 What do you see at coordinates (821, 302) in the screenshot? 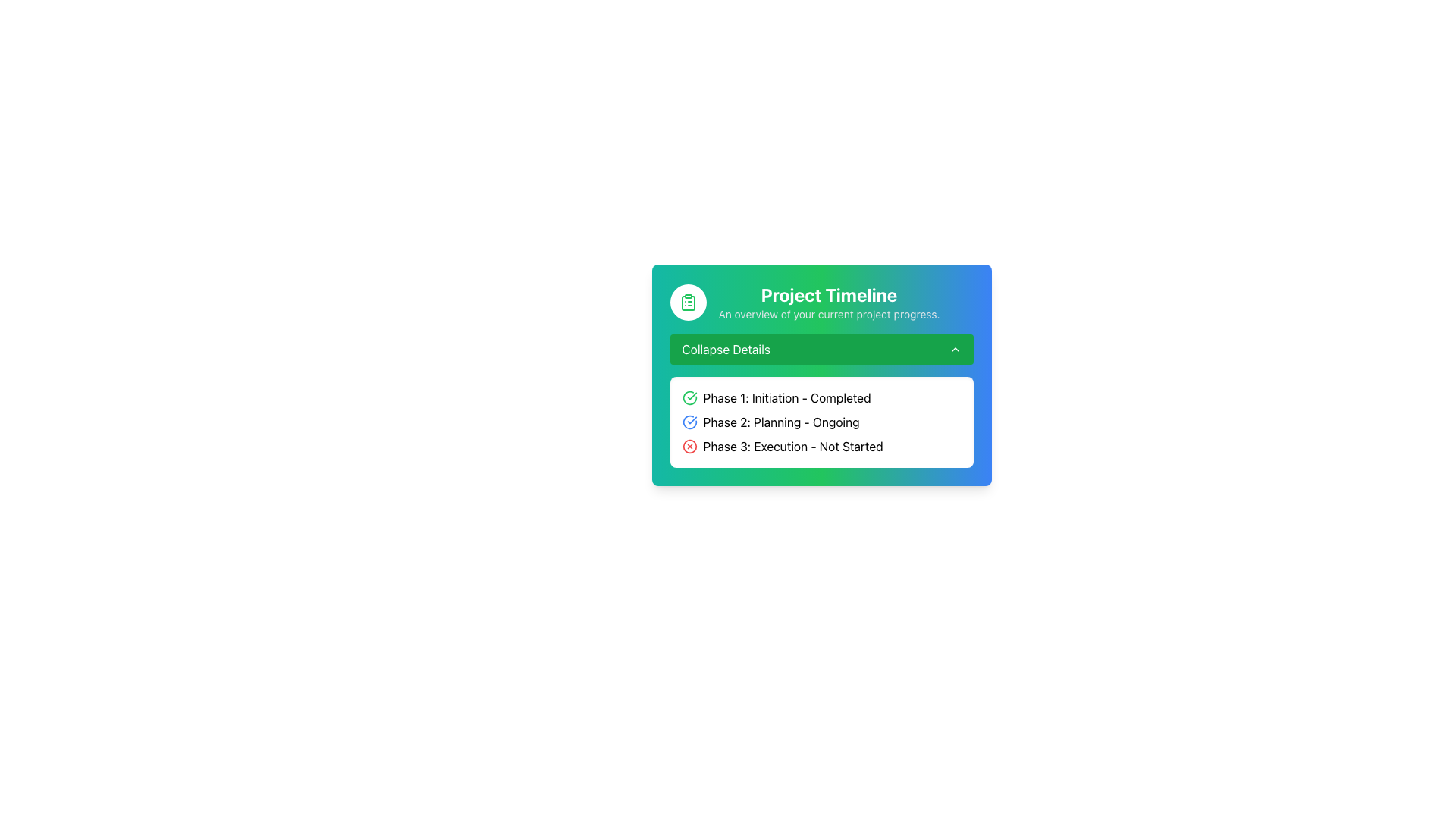
I see `the 'Project Timeline' Text Block with Icon element, which is visually grouped on a green gradient background and contains a clipboard icon, to trigger interaction effects` at bounding box center [821, 302].